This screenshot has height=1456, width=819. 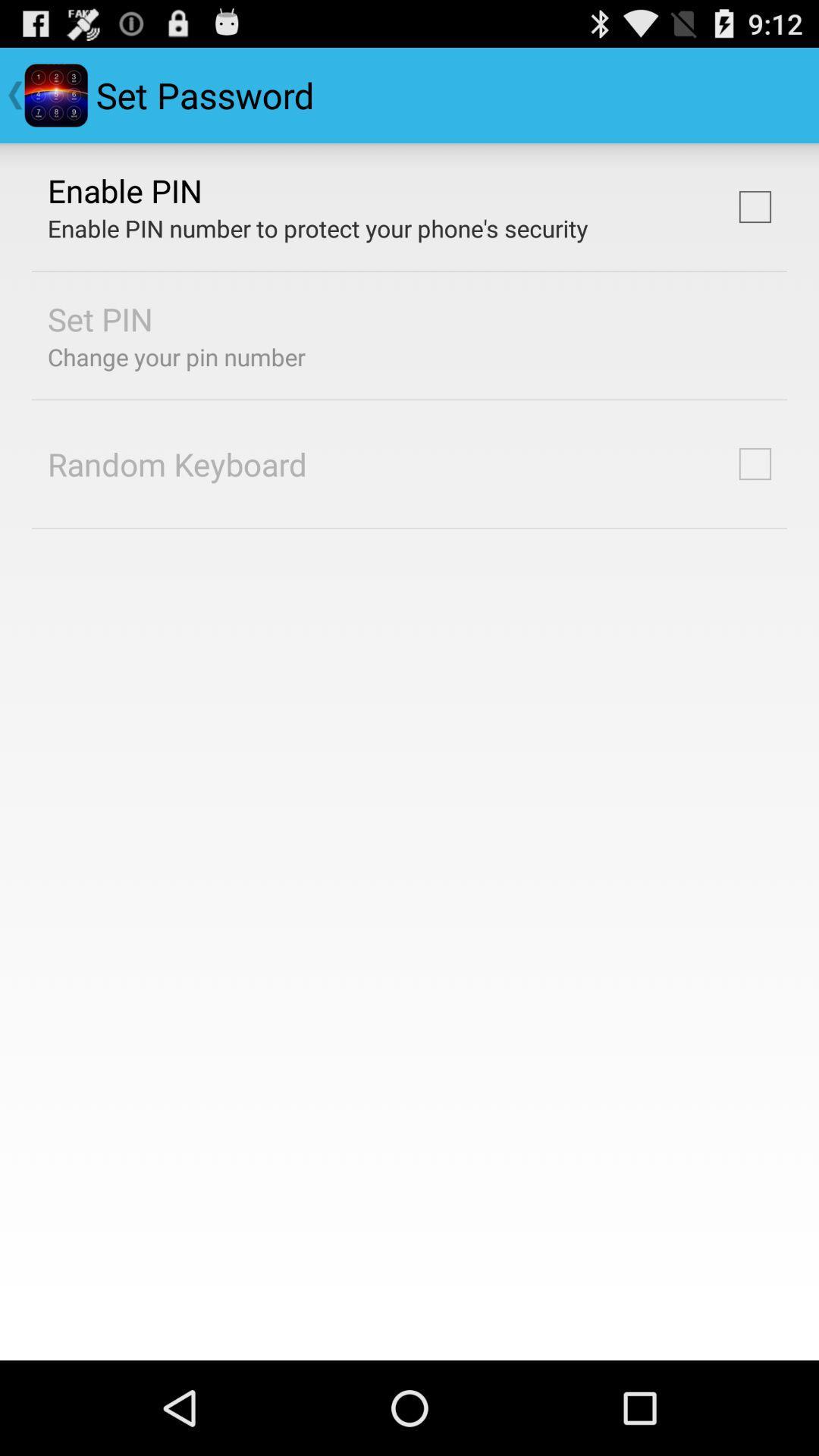 What do you see at coordinates (100, 318) in the screenshot?
I see `the set pin` at bounding box center [100, 318].